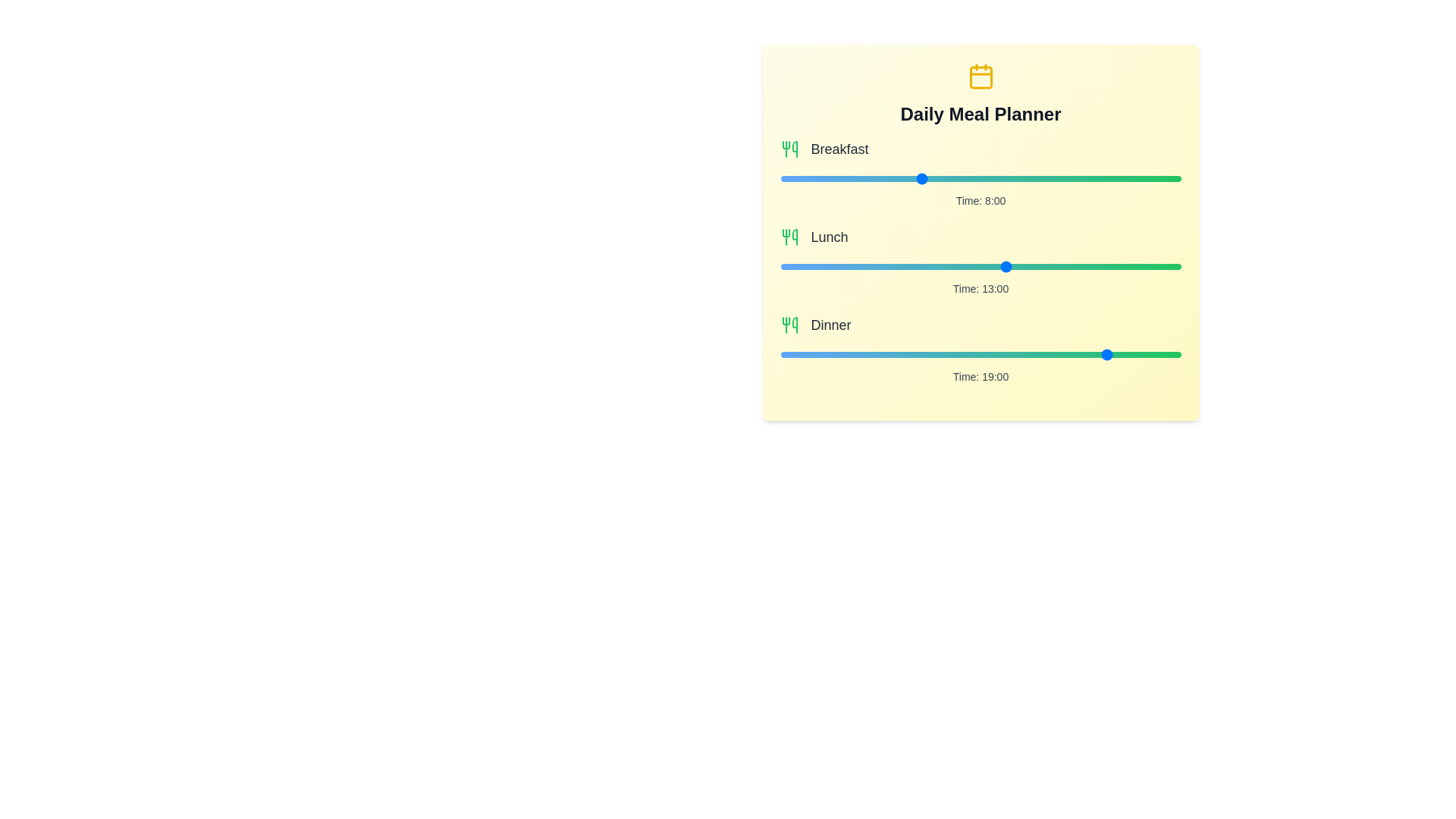  I want to click on the 0 slider to 8 hours, so click(1120, 177).